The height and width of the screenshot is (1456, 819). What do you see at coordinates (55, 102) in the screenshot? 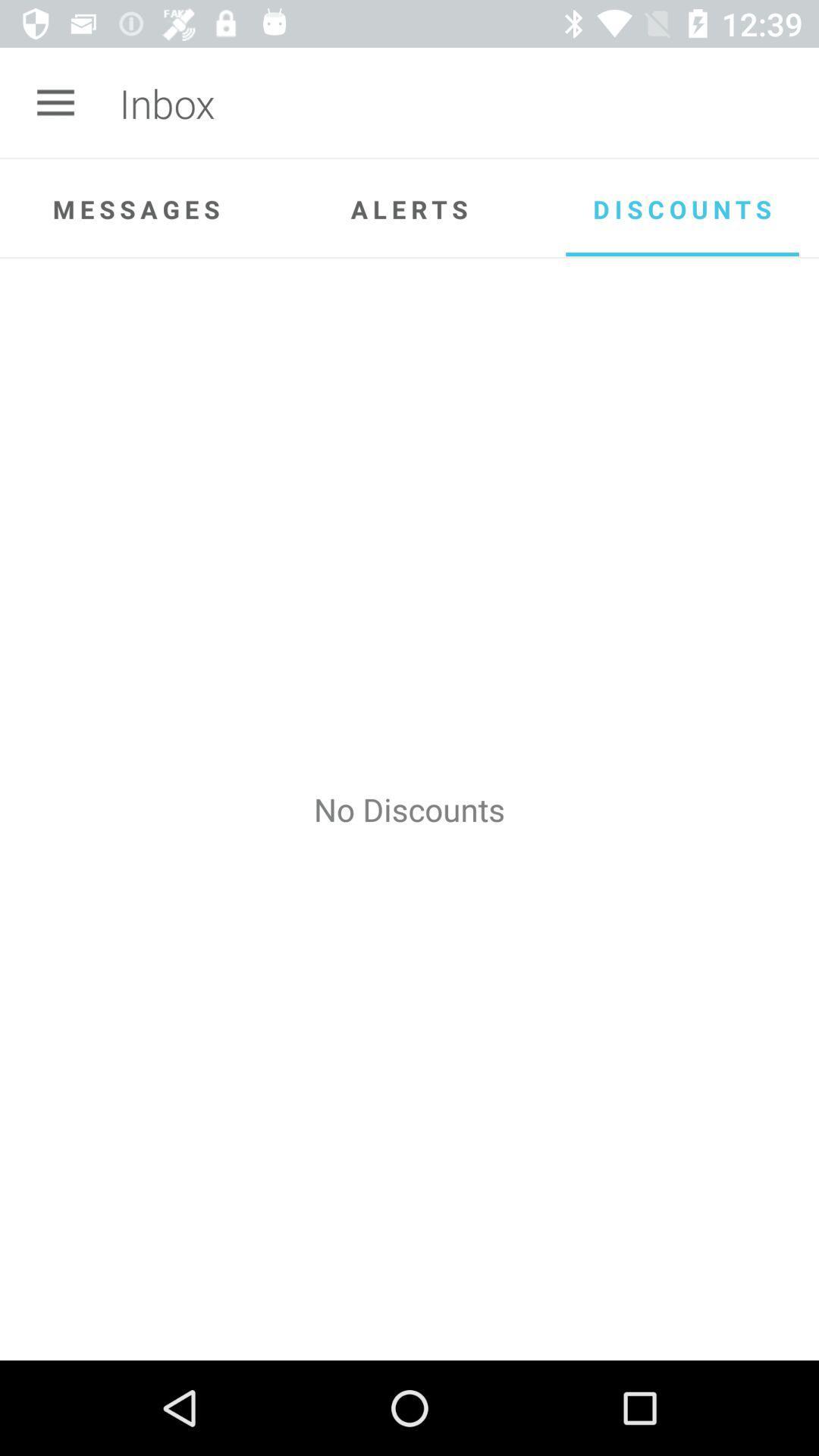
I see `the app next to inbox icon` at bounding box center [55, 102].